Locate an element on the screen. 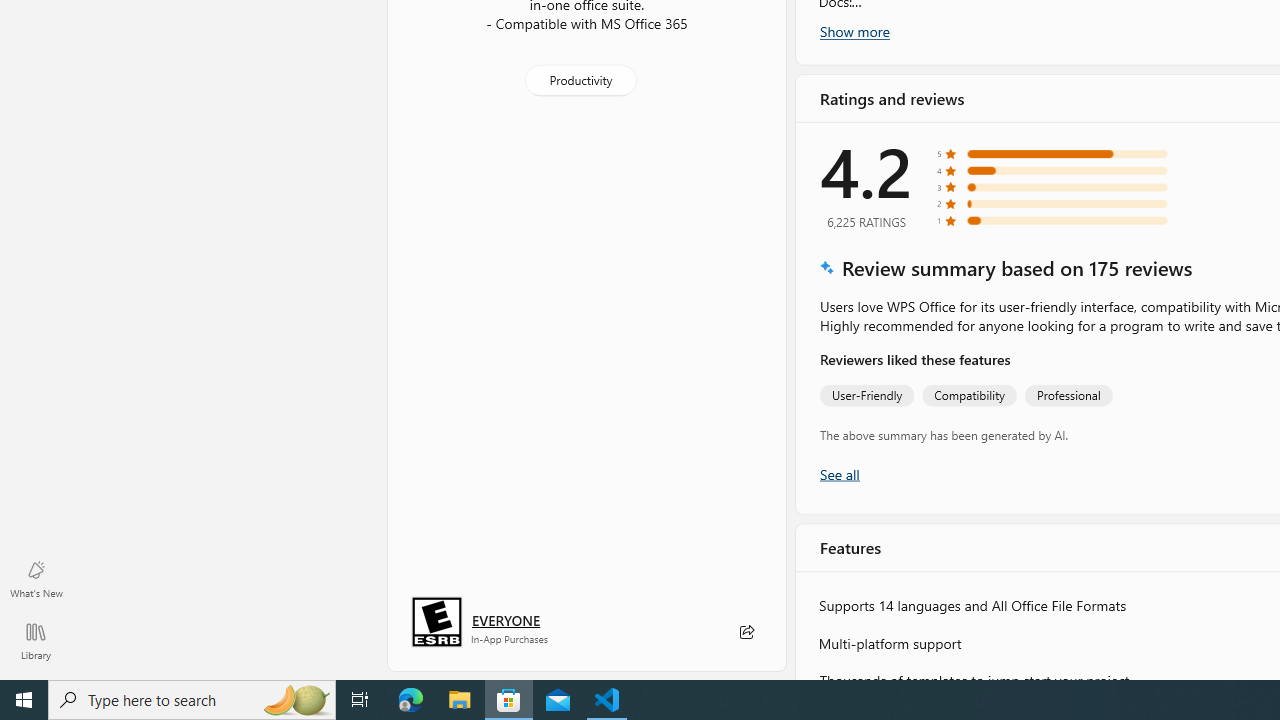  'Productivity' is located at coordinates (578, 78).